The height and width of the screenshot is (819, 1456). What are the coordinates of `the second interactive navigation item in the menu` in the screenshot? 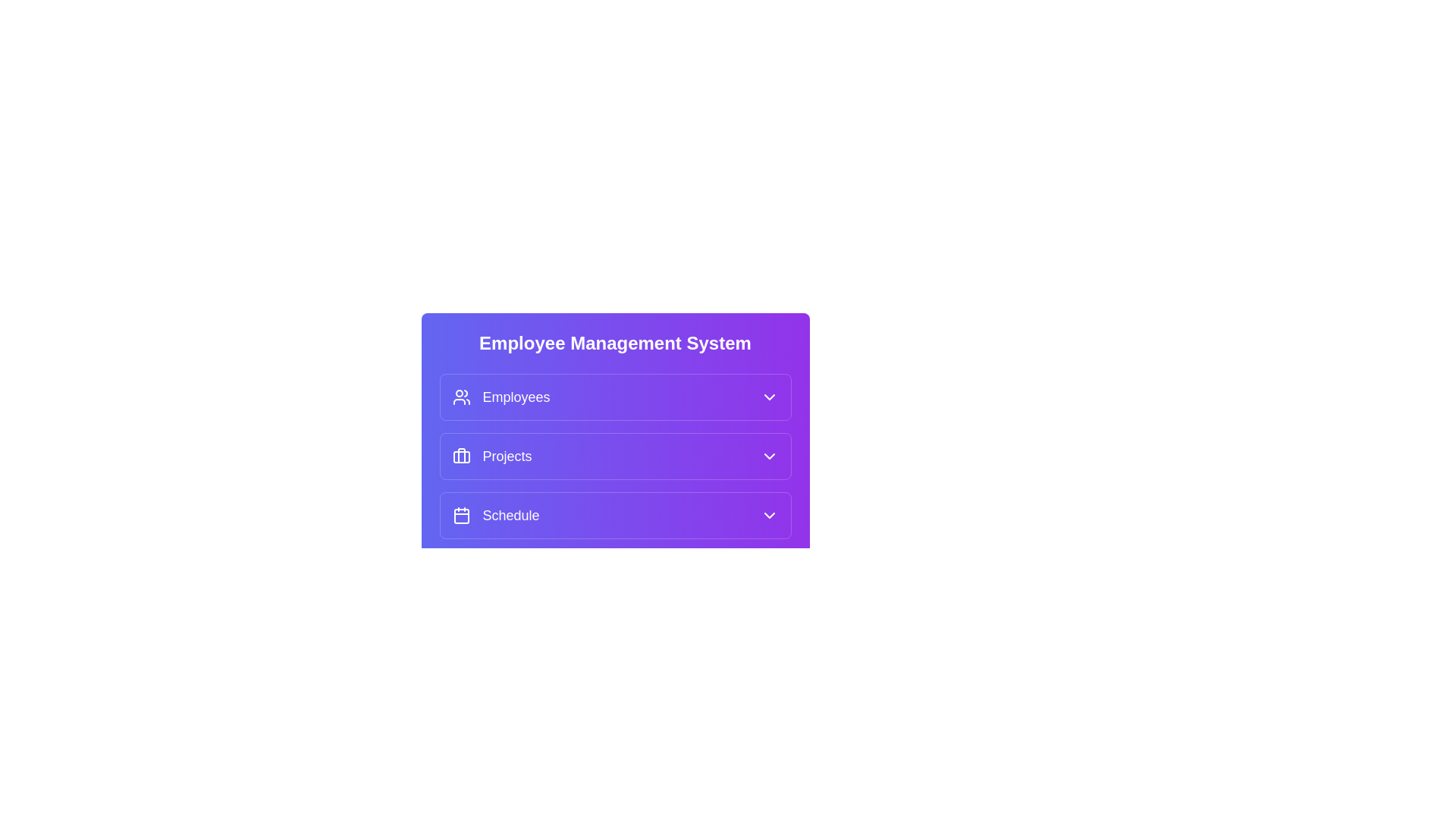 It's located at (615, 455).